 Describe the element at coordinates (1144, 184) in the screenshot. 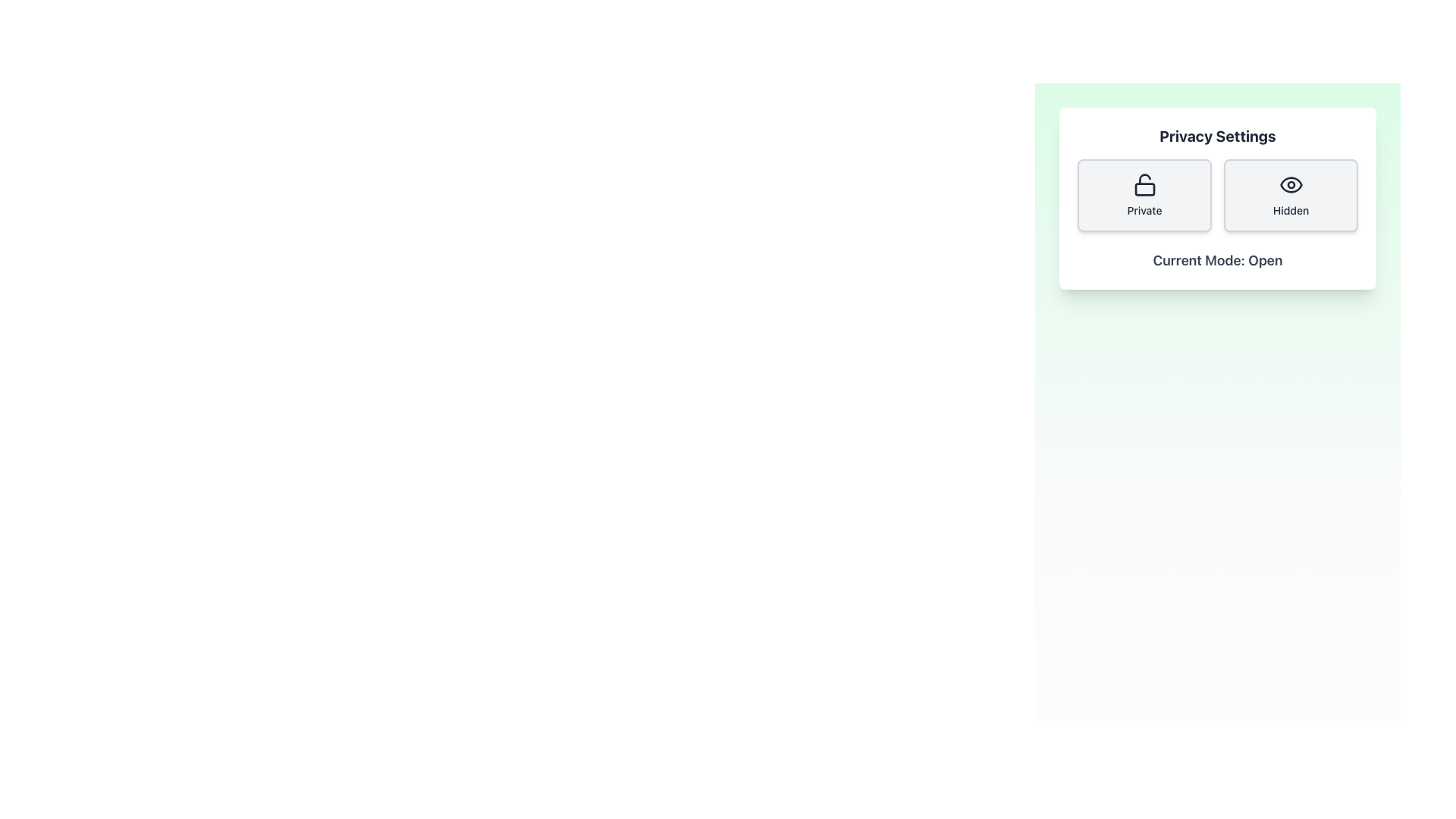

I see `the 'Private' state icon in the 'Privacy Settings' interface, located at the top-center of the 'Private' button` at that location.